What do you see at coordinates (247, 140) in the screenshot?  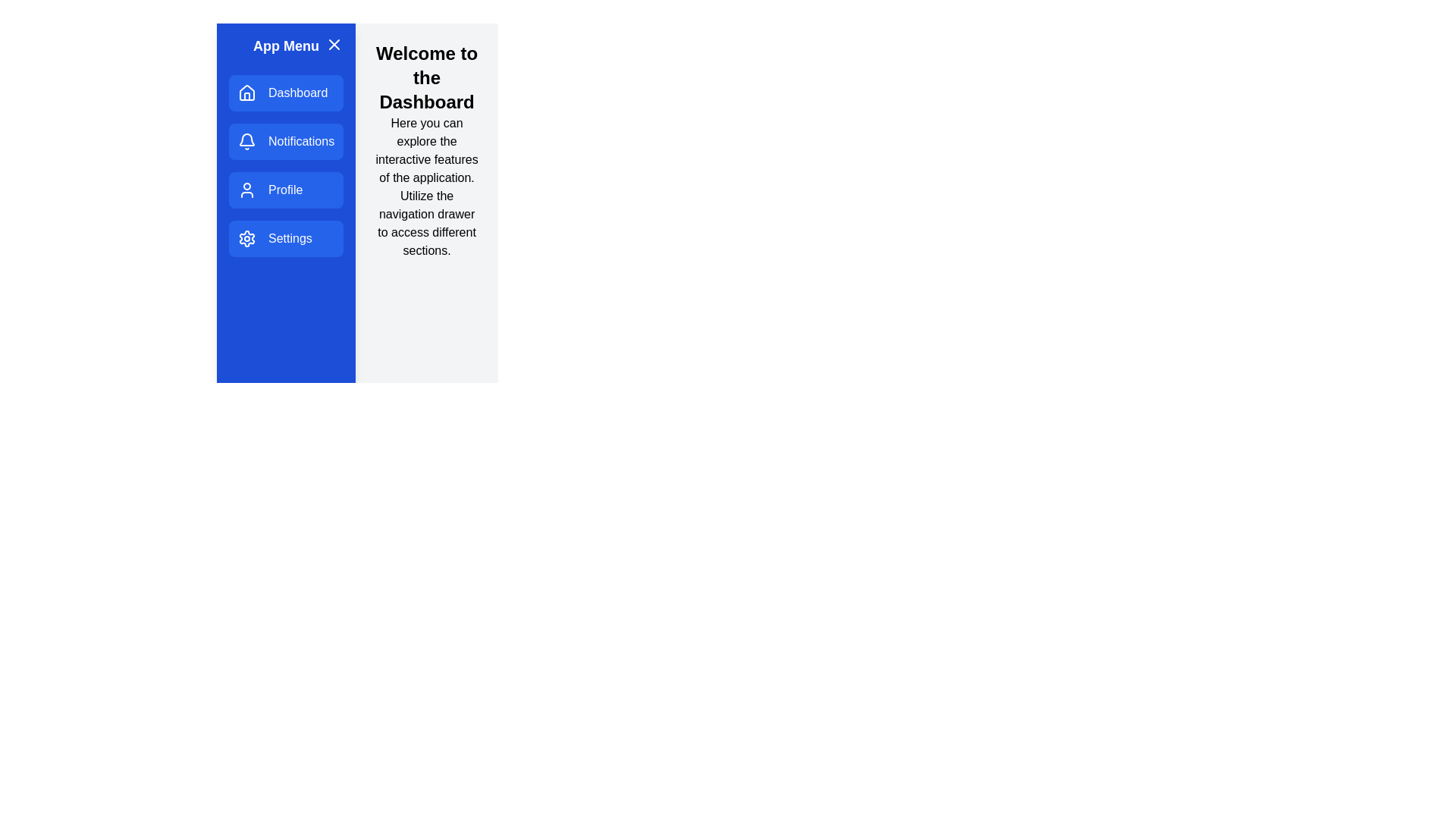 I see `the Notifications menu item icon, which serves as a visual notification symbol indicating alerts for the user` at bounding box center [247, 140].